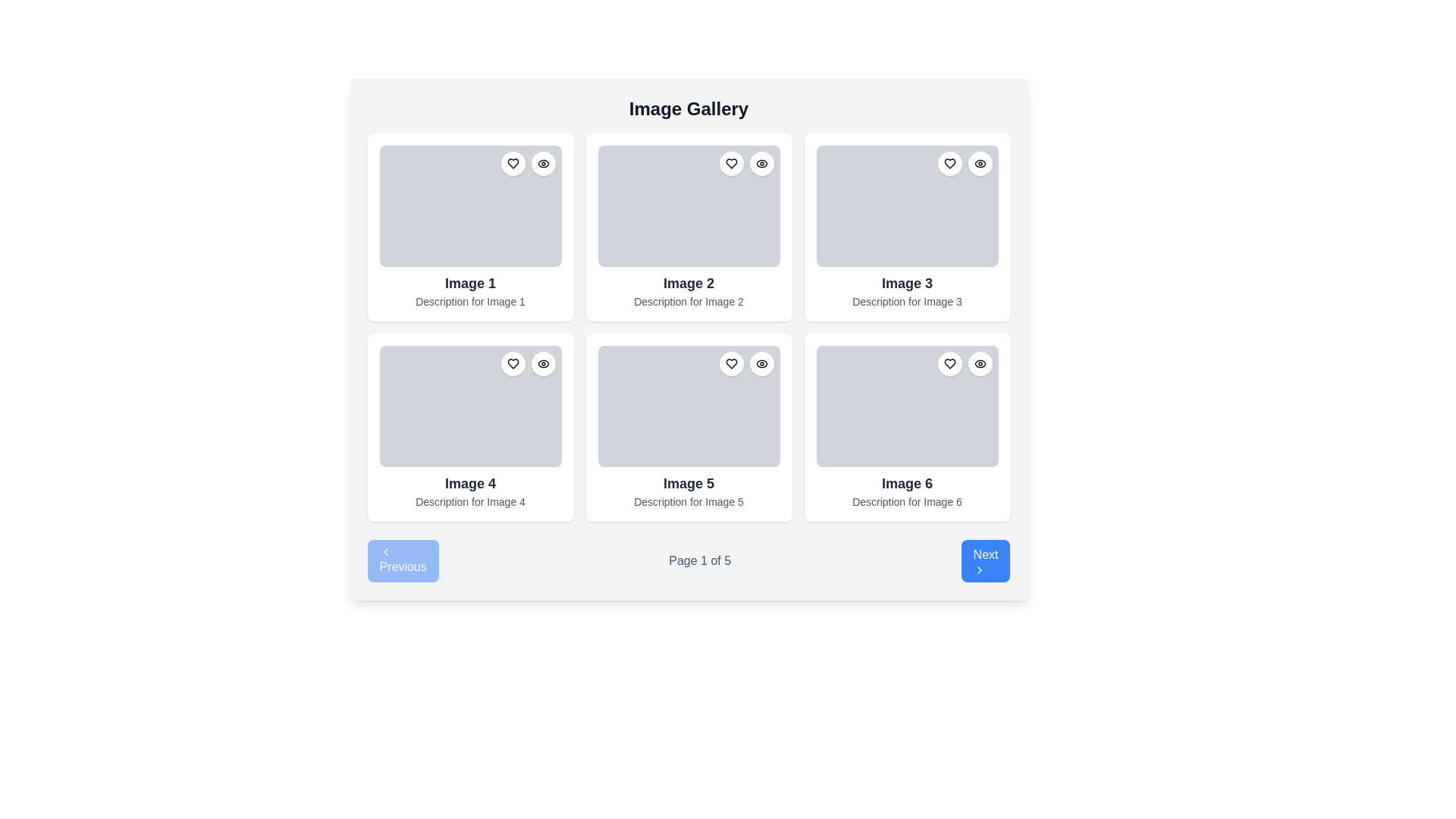  Describe the element at coordinates (543, 363) in the screenshot. I see `the view/preview button located at the rightmost position in the interactive header of the fourth image card` at that location.